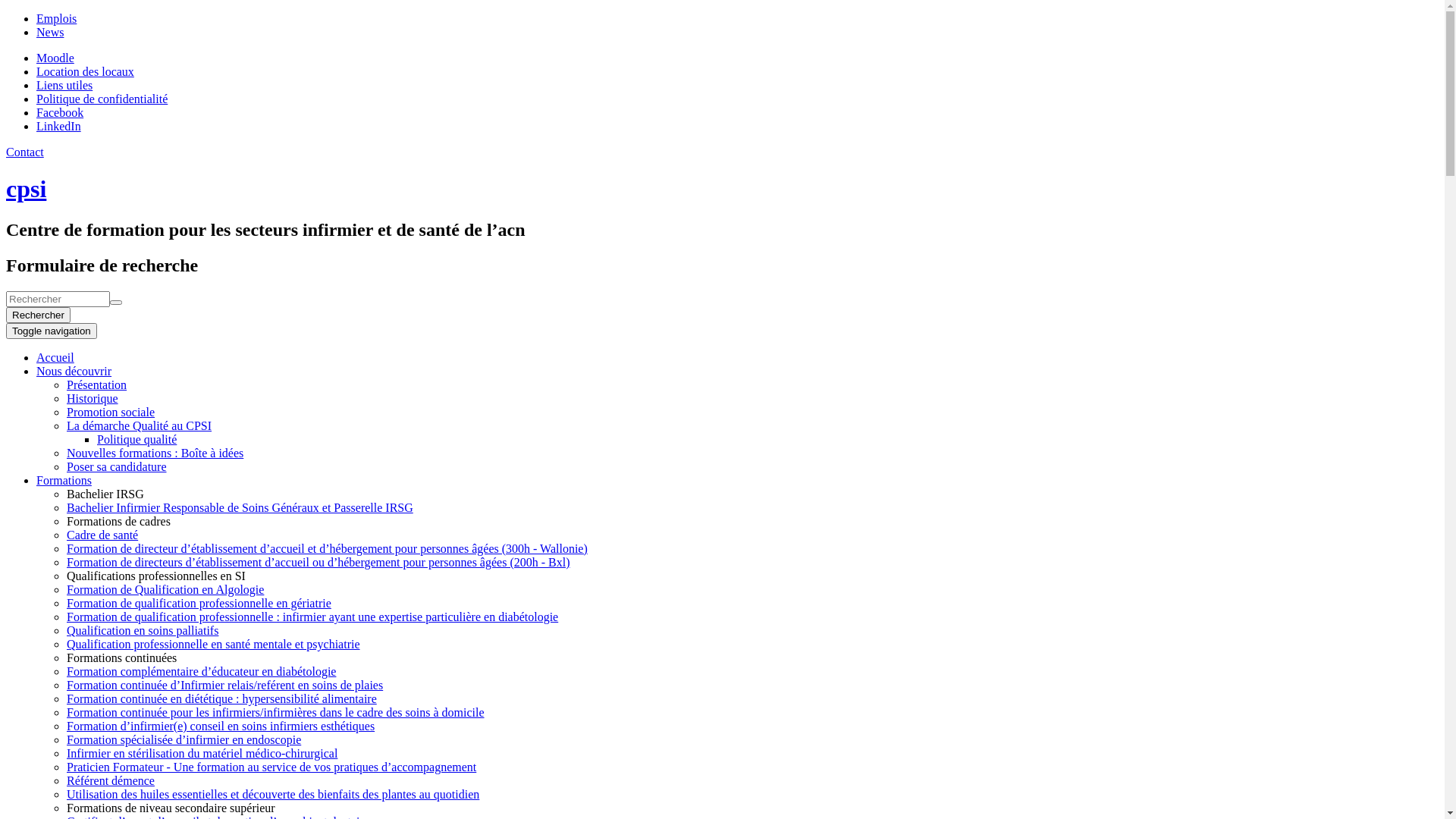  I want to click on 'Contact', so click(6, 152).